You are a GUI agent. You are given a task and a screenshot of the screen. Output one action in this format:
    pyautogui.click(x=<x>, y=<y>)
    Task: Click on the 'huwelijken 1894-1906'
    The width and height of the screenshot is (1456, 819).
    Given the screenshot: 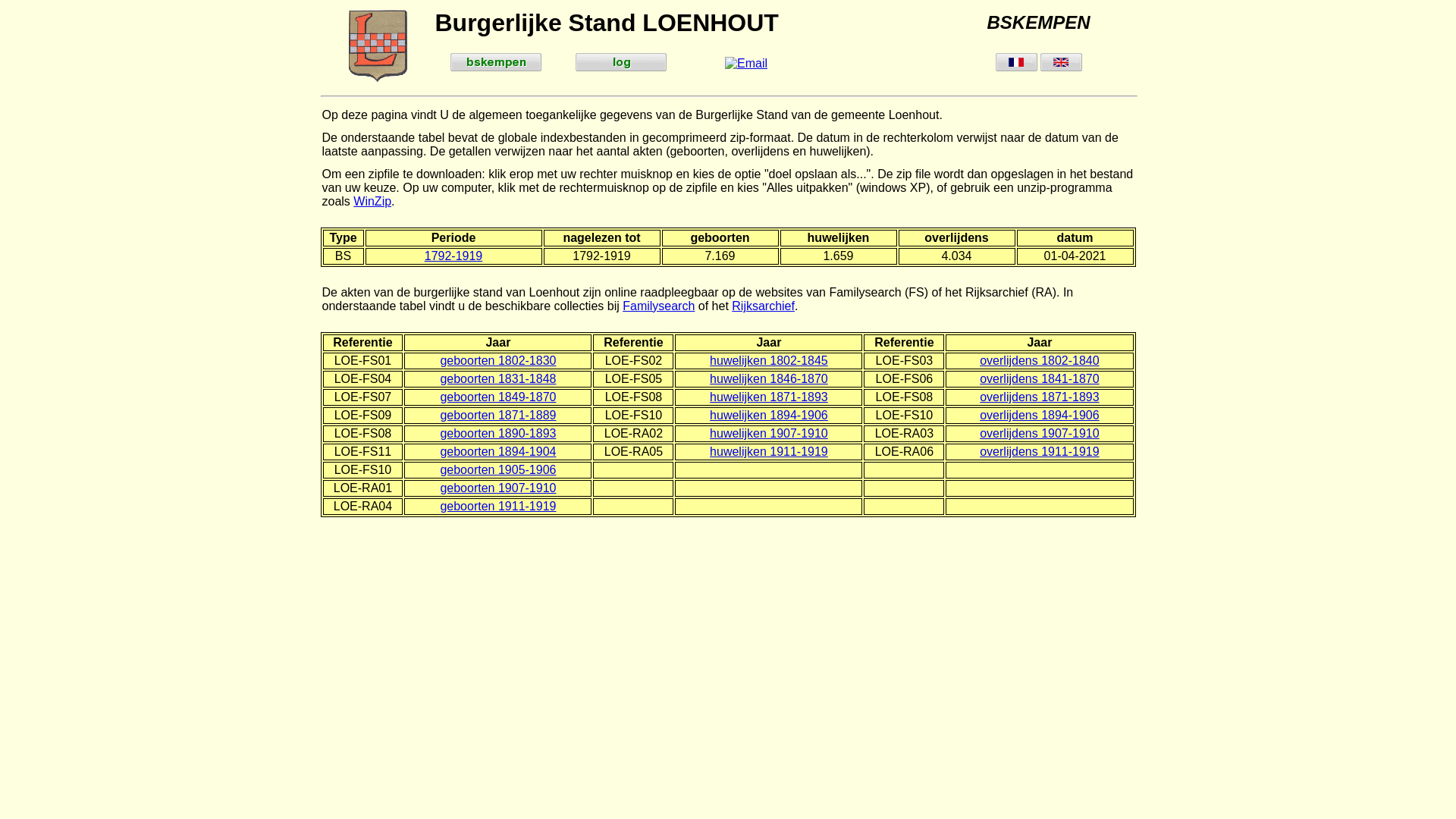 What is the action you would take?
    pyautogui.click(x=768, y=415)
    